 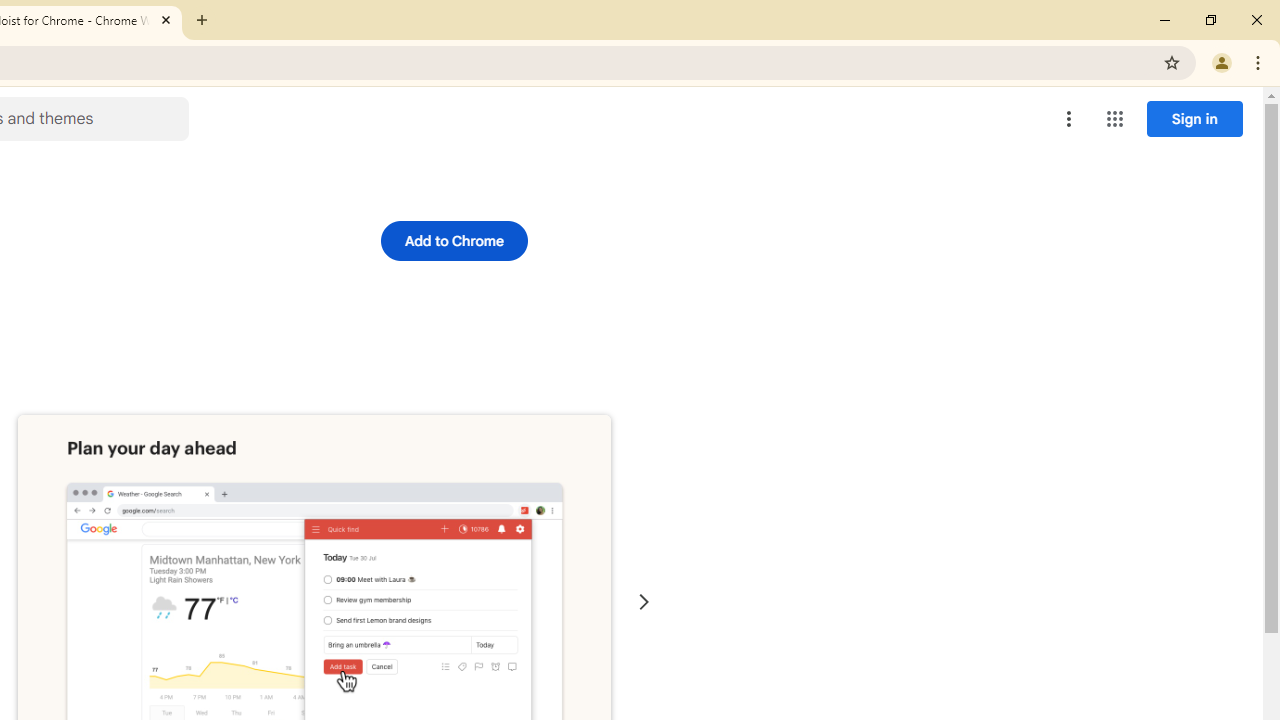 I want to click on 'More options menu', so click(x=1068, y=119).